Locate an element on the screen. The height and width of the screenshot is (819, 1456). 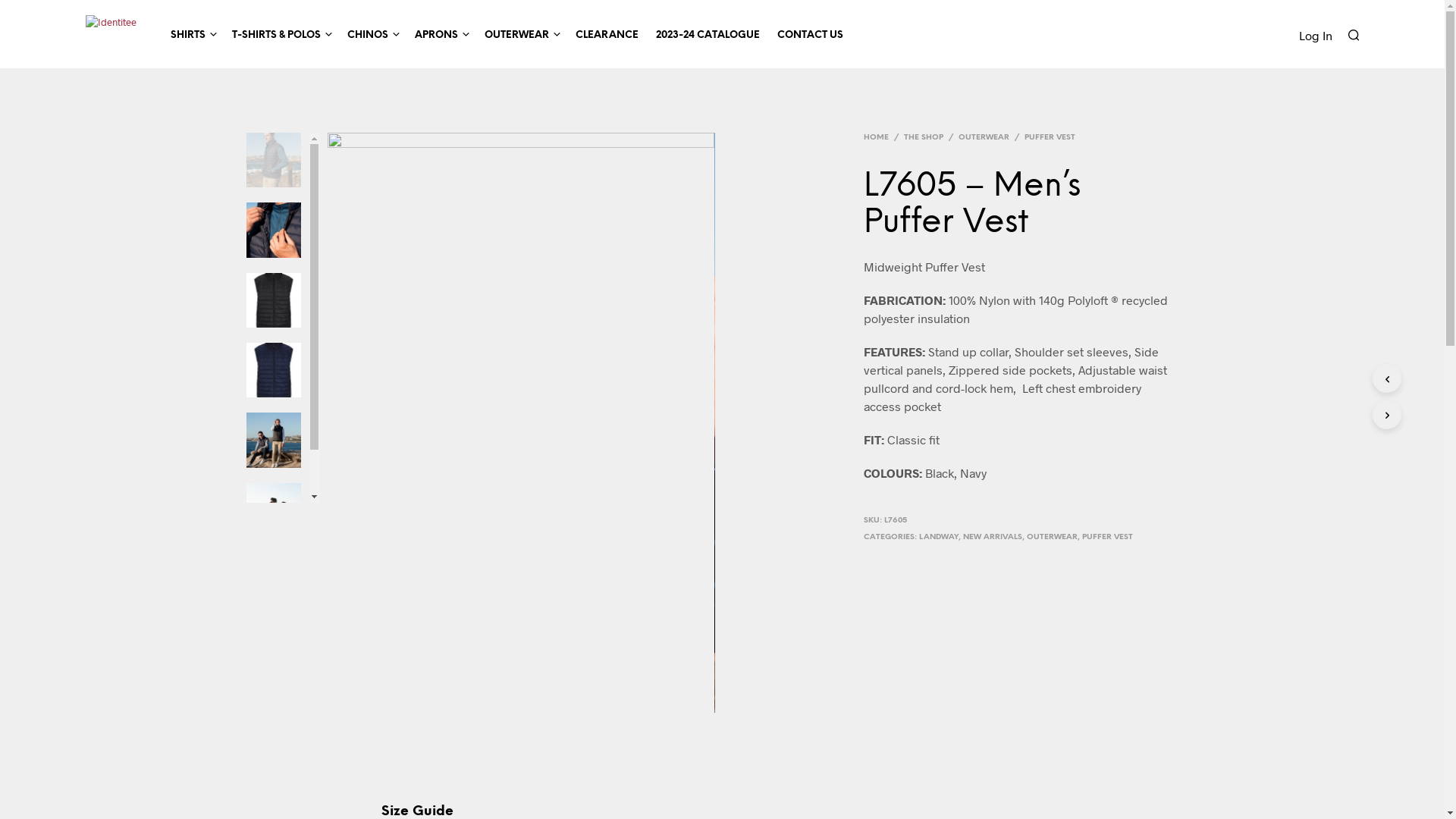
'NEW ARRIVALS' is located at coordinates (962, 536).